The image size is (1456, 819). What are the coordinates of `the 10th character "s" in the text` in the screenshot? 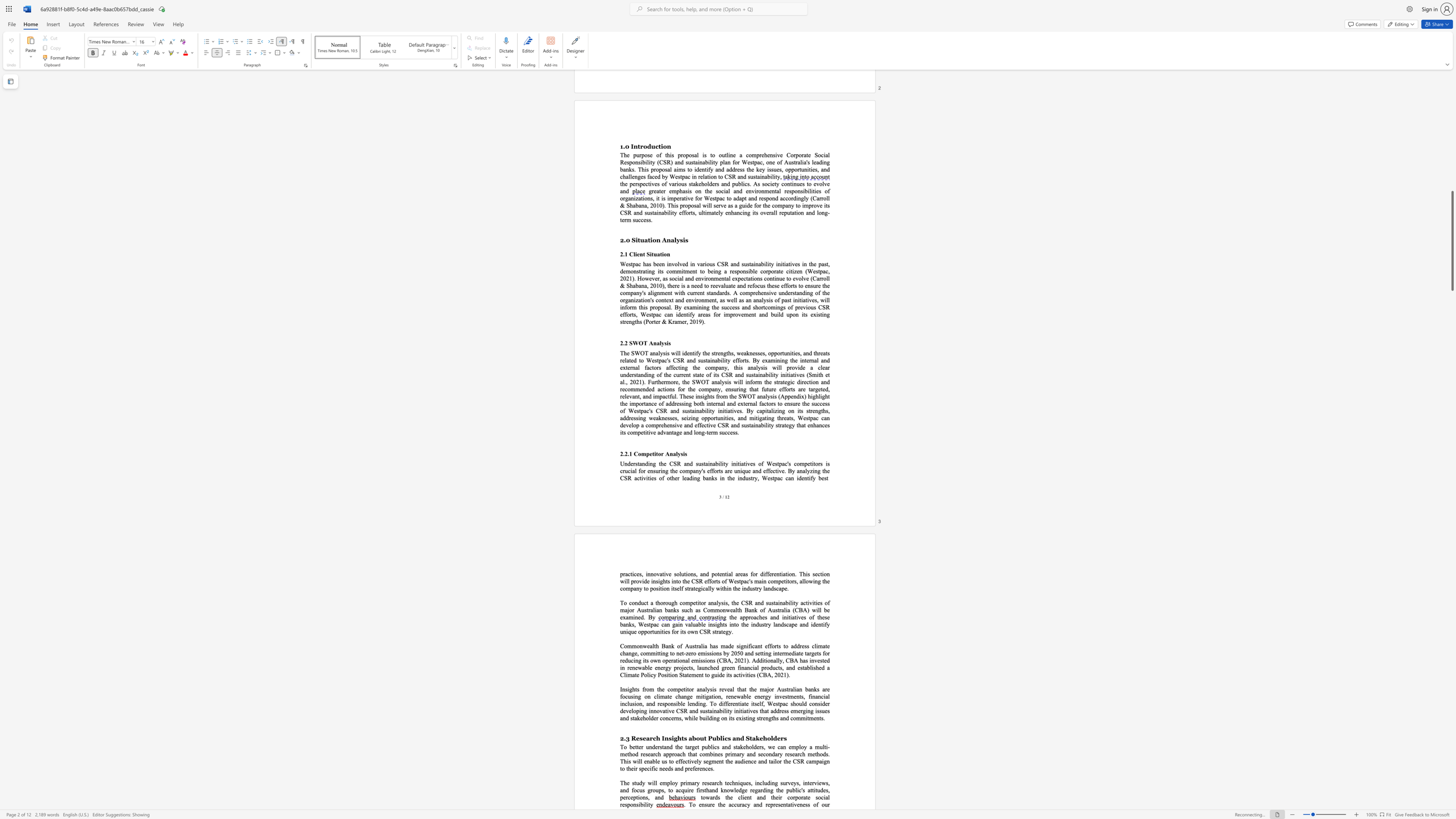 It's located at (671, 768).